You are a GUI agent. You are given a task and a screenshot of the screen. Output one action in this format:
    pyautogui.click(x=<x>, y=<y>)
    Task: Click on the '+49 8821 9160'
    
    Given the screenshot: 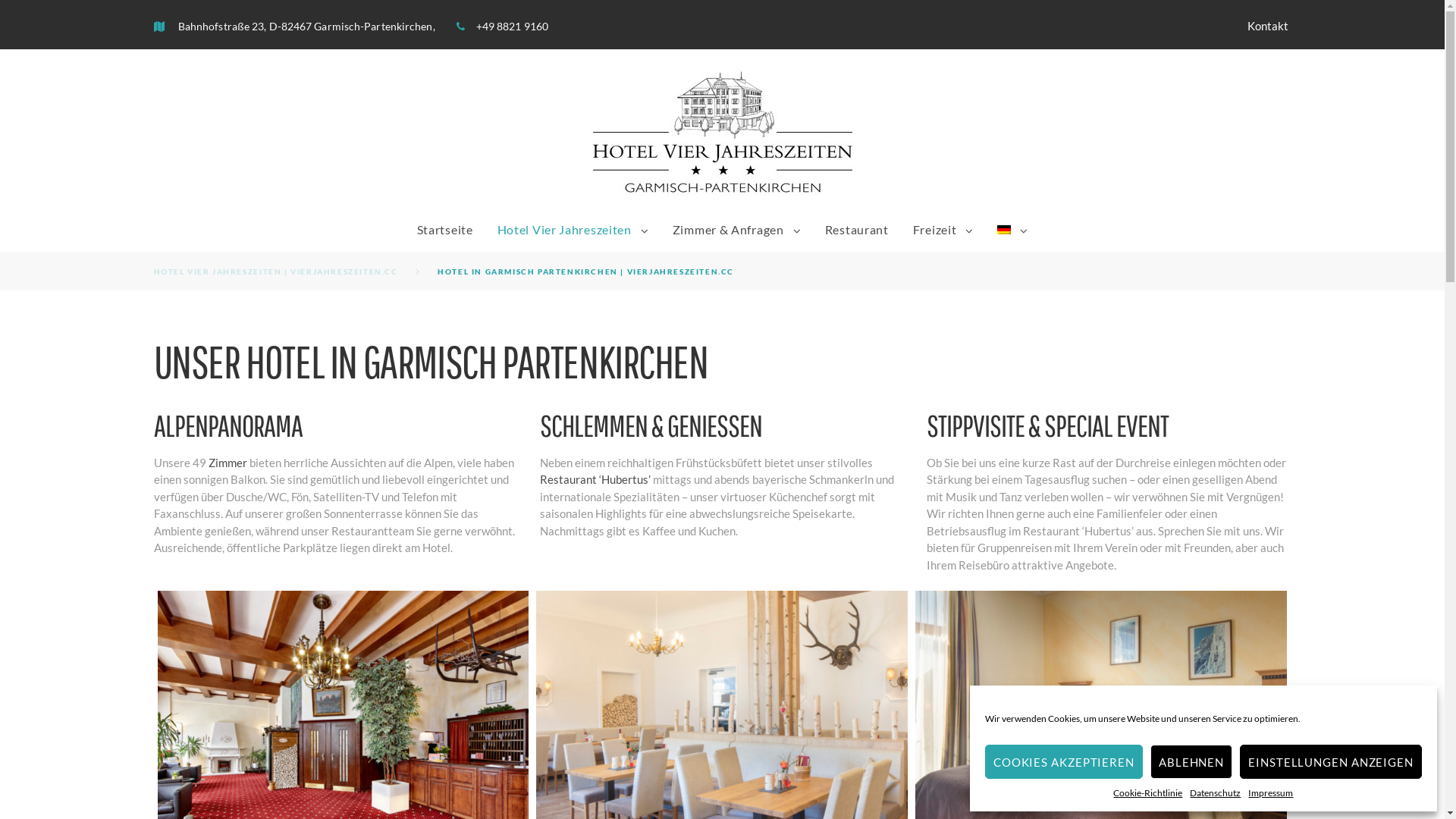 What is the action you would take?
    pyautogui.click(x=512, y=26)
    